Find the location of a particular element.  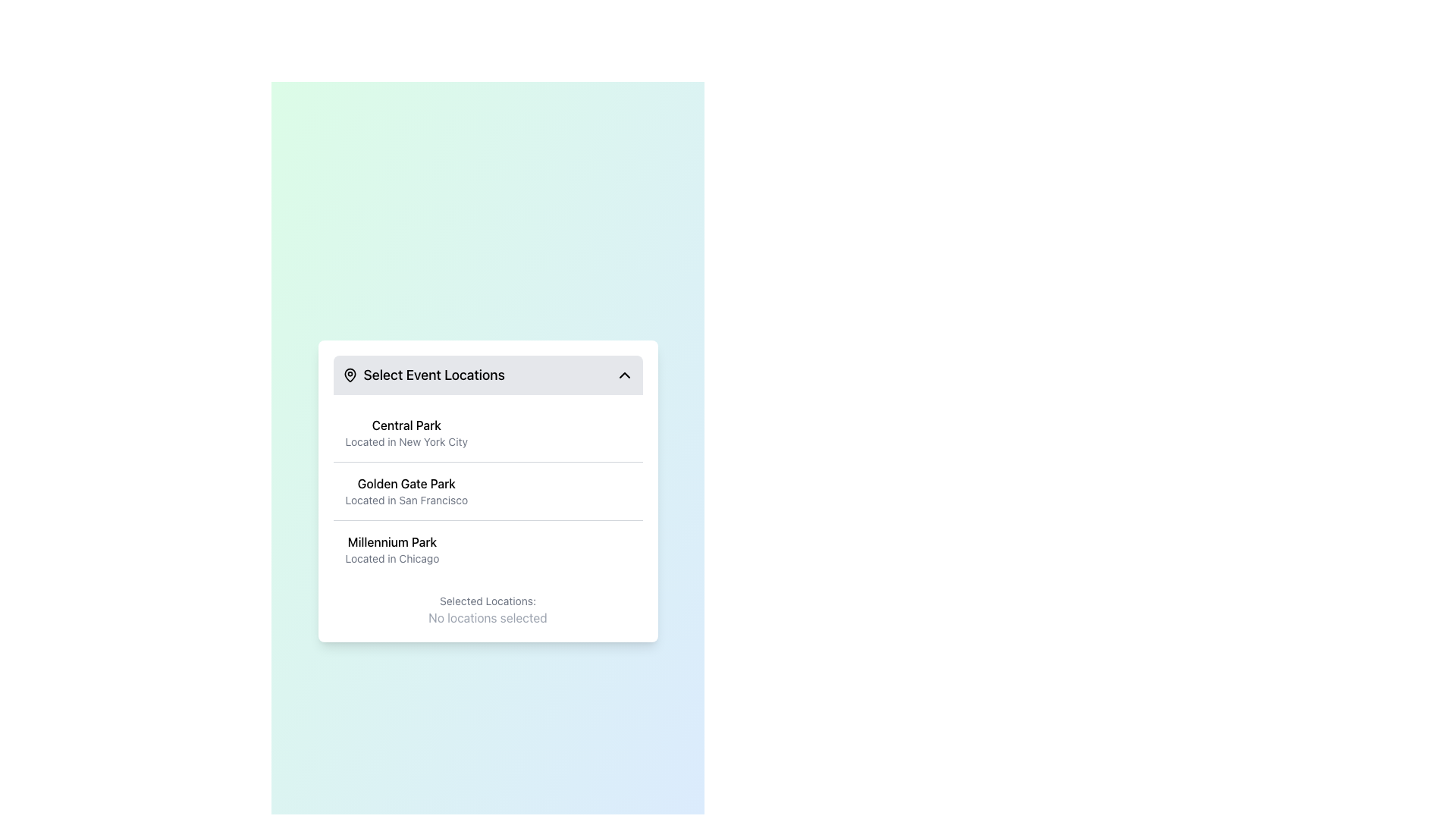

the Text Label that serves as the title or header of a list item in the selectable menu, located above the descriptive text 'Located in New York City' is located at coordinates (406, 425).